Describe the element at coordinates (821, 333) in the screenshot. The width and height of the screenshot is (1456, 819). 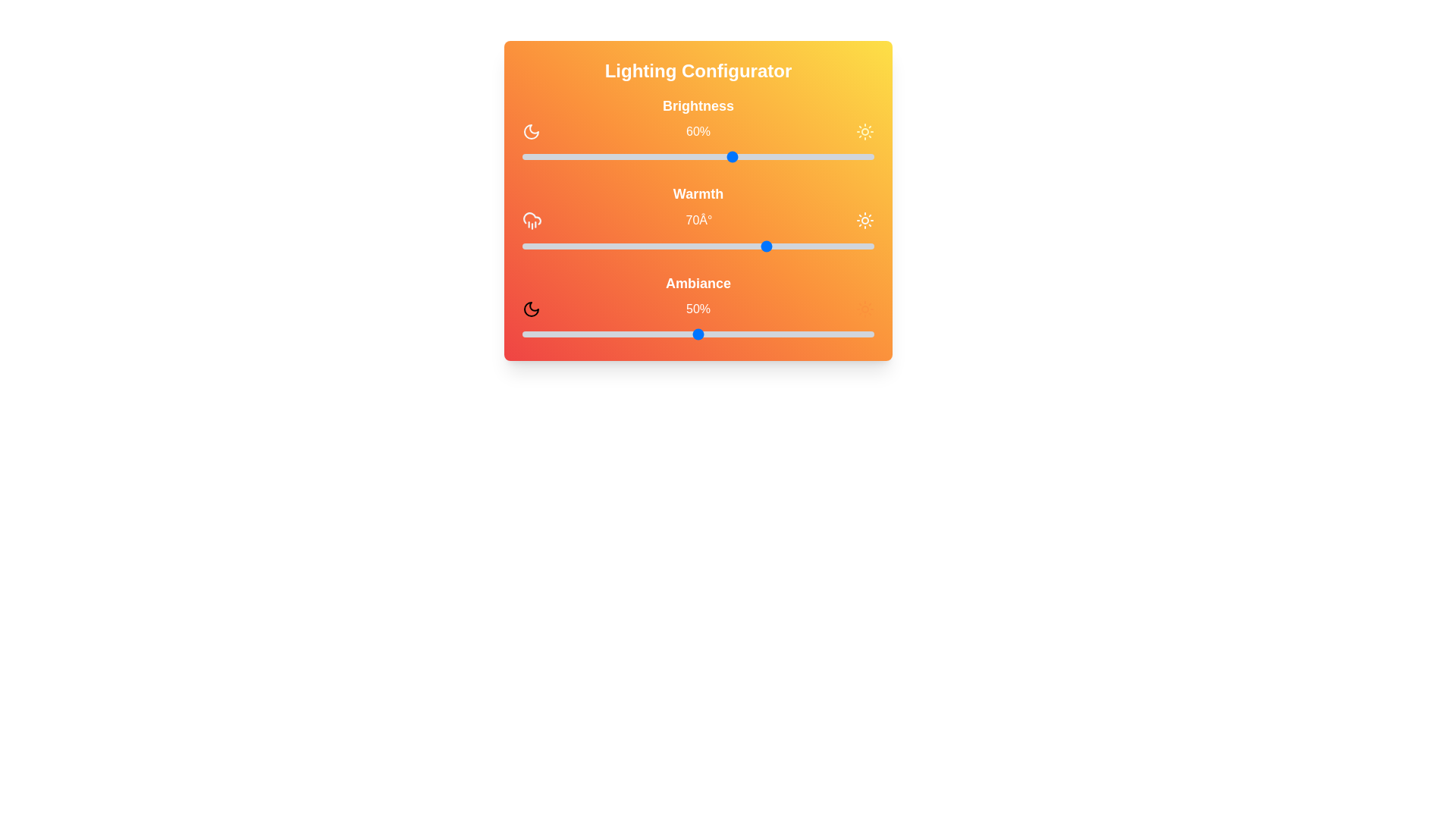
I see `the ambiance slider to 85%` at that location.